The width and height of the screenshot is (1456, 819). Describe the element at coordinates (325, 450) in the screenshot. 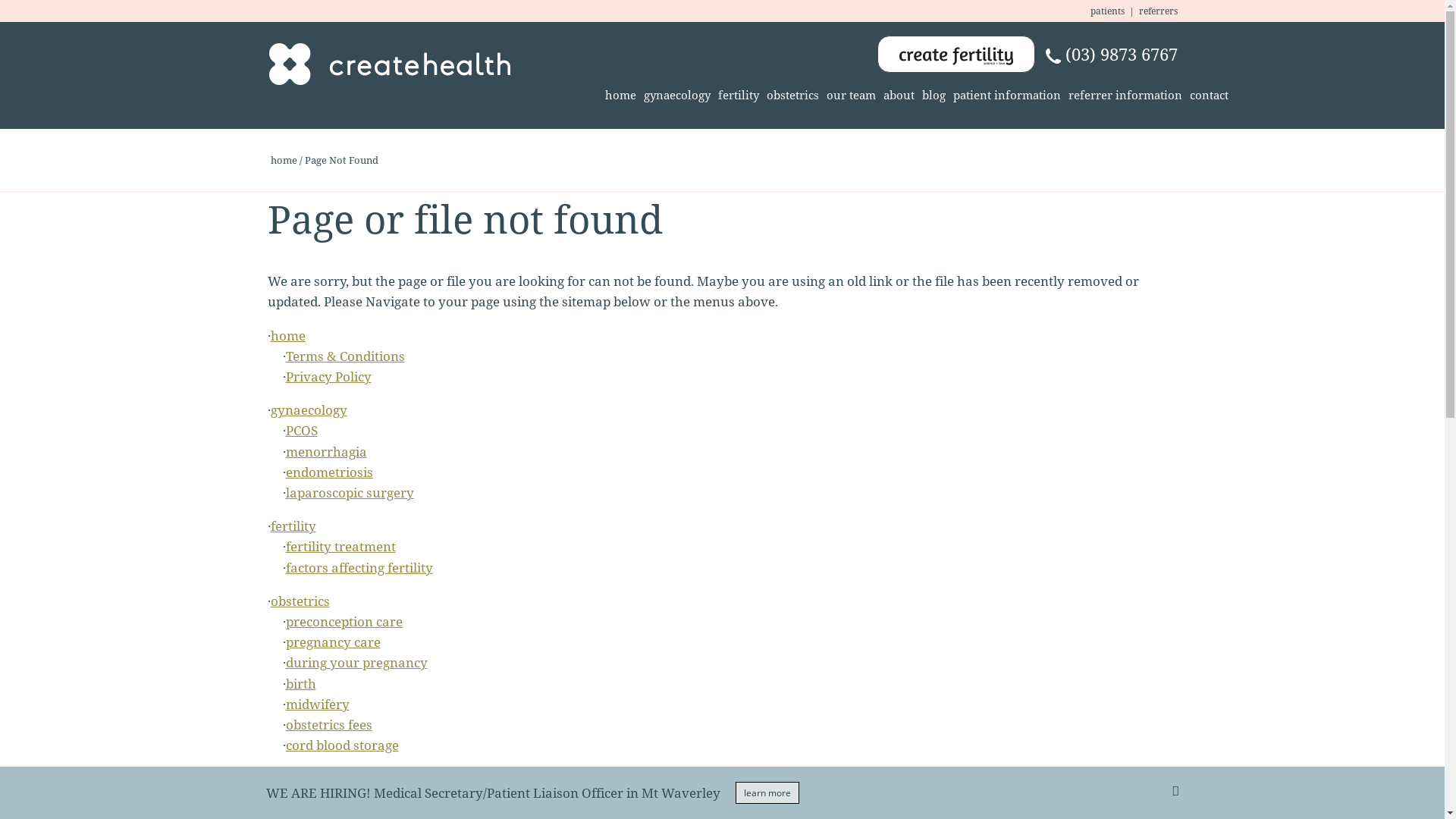

I see `'menorrhagia'` at that location.